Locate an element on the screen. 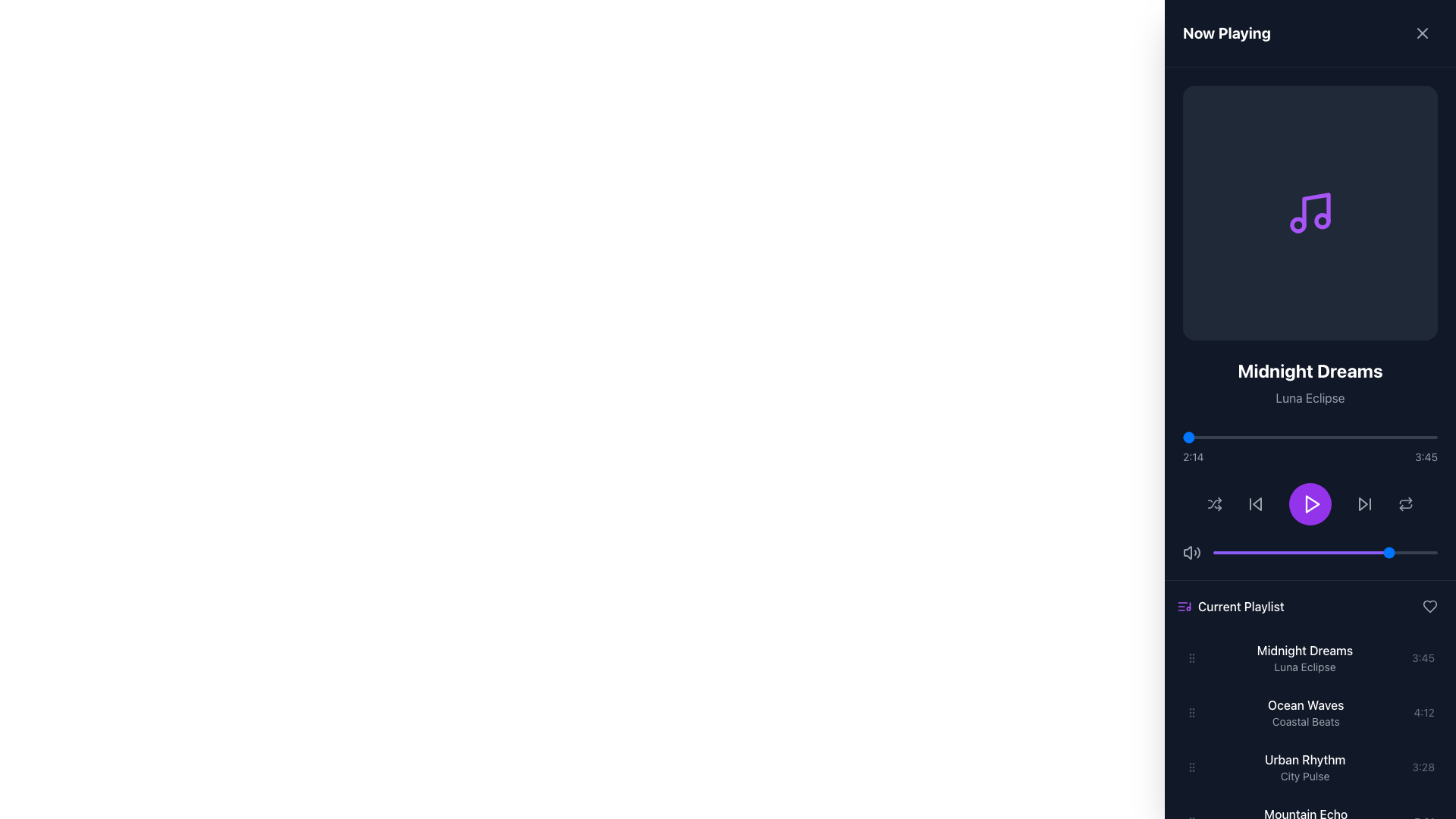 The image size is (1456, 819). the play button located in the center of the row of control buttons beneath the progress bar of the audio player is located at coordinates (1310, 504).